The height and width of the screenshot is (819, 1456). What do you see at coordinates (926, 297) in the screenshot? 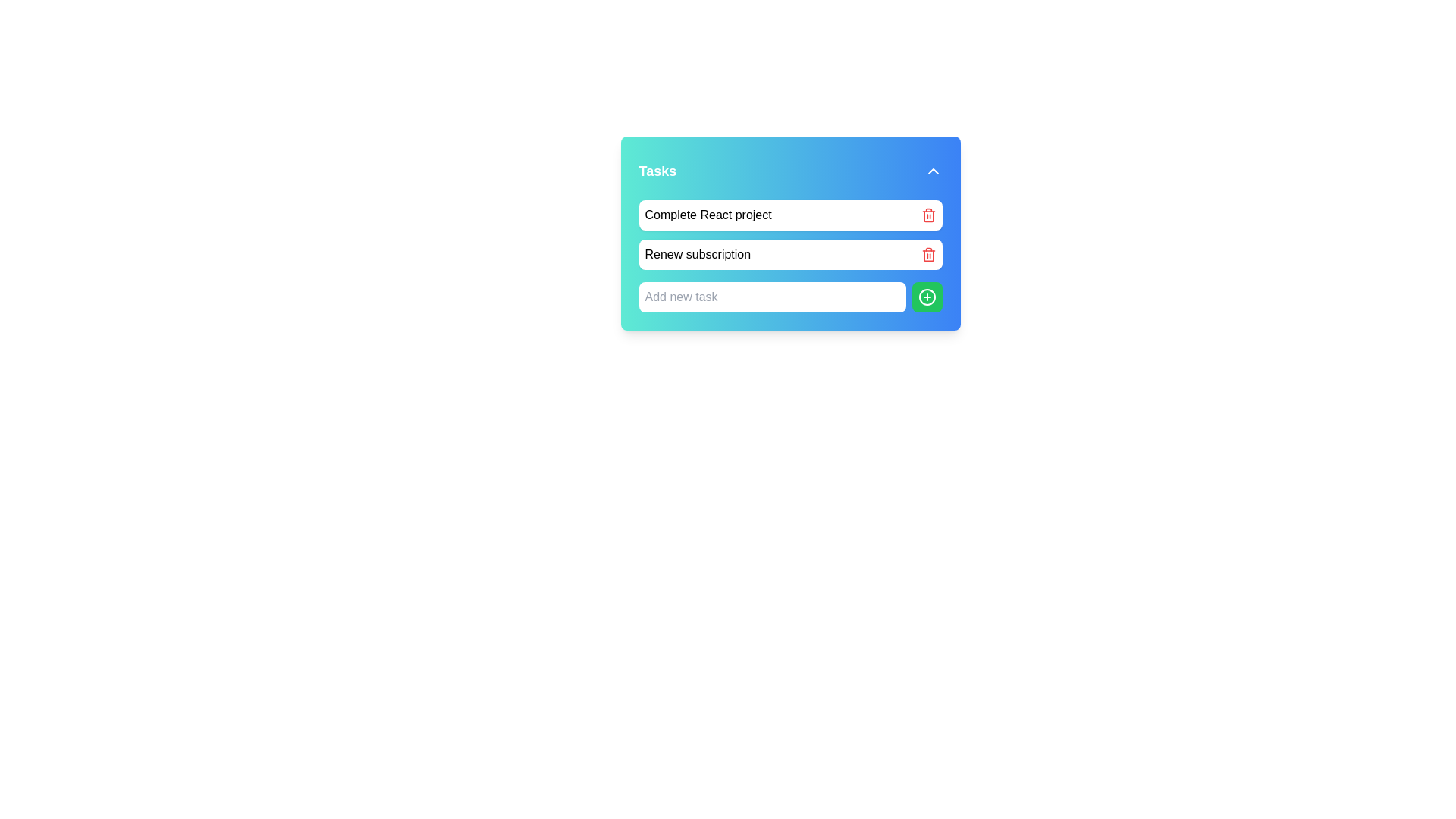
I see `the circular SVG shape located in the bottom-right corner of the task management widget, which is associated with the addition symbol for adding new tasks` at bounding box center [926, 297].